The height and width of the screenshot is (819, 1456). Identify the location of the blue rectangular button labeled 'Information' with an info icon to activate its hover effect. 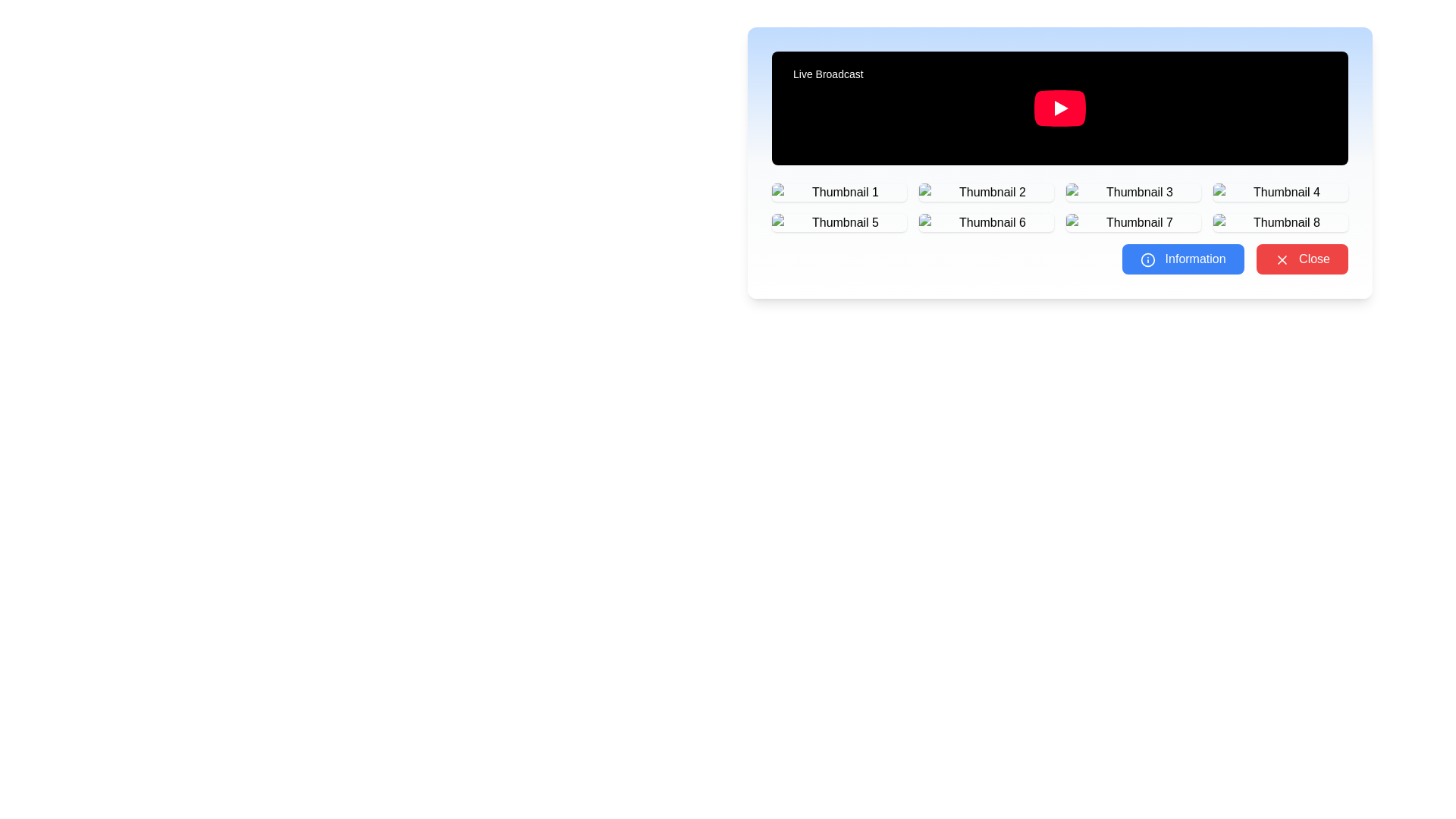
(1182, 259).